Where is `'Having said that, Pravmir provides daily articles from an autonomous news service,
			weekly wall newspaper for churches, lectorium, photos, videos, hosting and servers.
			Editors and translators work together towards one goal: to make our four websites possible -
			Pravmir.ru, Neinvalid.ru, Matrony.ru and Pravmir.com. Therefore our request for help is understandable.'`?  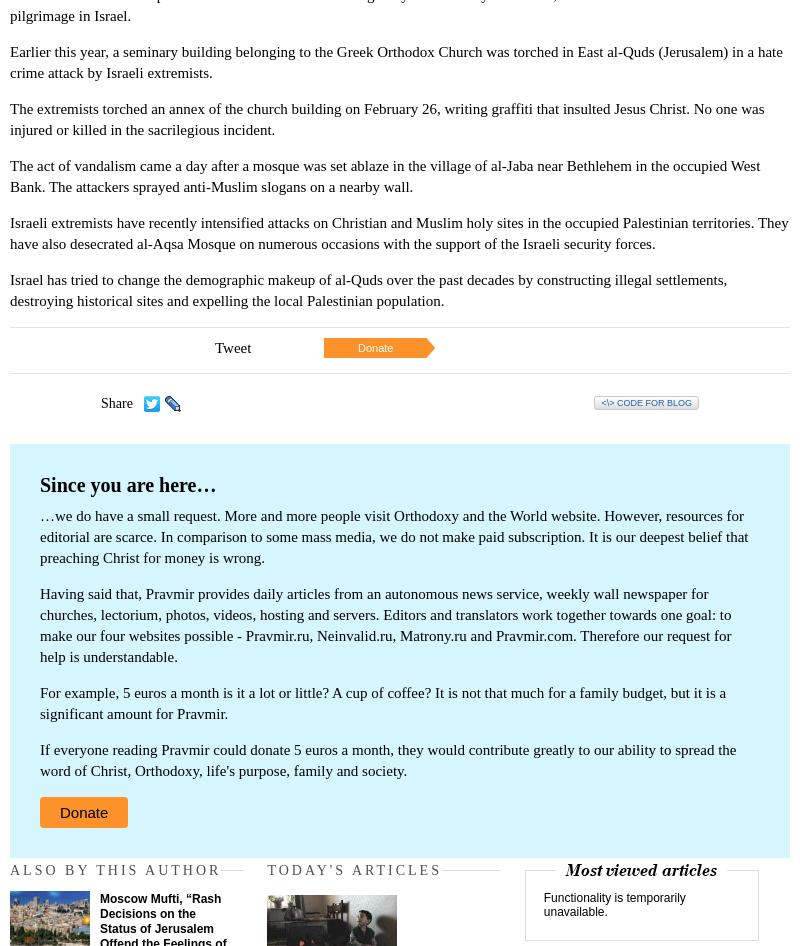
'Having said that, Pravmir provides daily articles from an autonomous news service,
			weekly wall newspaper for churches, lectorium, photos, videos, hosting and servers.
			Editors and translators work together towards one goal: to make our four websites possible -
			Pravmir.ru, Neinvalid.ru, Matrony.ru and Pravmir.com. Therefore our request for help is understandable.' is located at coordinates (39, 624).